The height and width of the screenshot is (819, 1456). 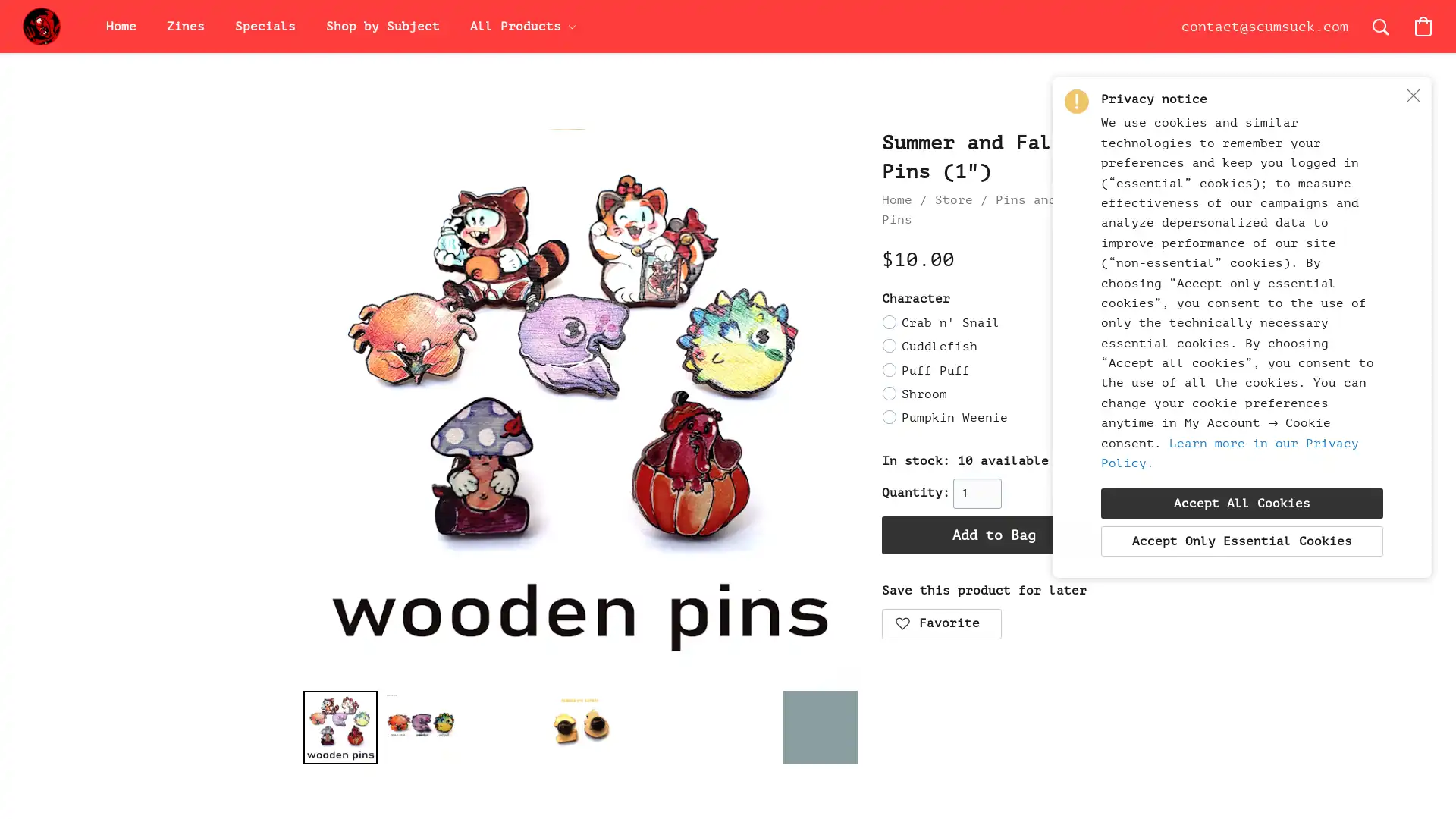 What do you see at coordinates (940, 623) in the screenshot?
I see `Save this product for later` at bounding box center [940, 623].